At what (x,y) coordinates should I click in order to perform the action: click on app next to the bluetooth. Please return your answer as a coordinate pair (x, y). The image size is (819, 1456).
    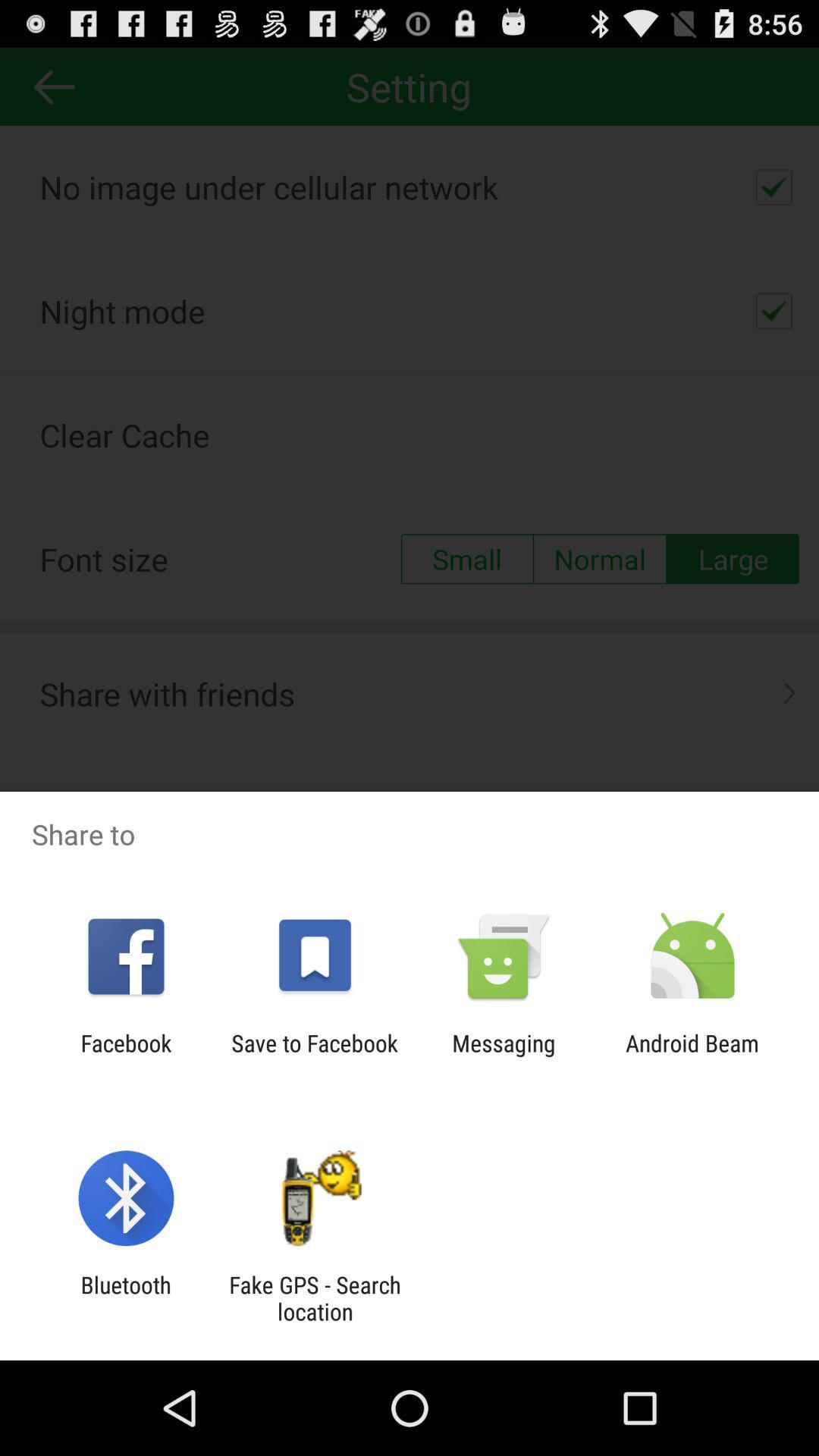
    Looking at the image, I should click on (314, 1298).